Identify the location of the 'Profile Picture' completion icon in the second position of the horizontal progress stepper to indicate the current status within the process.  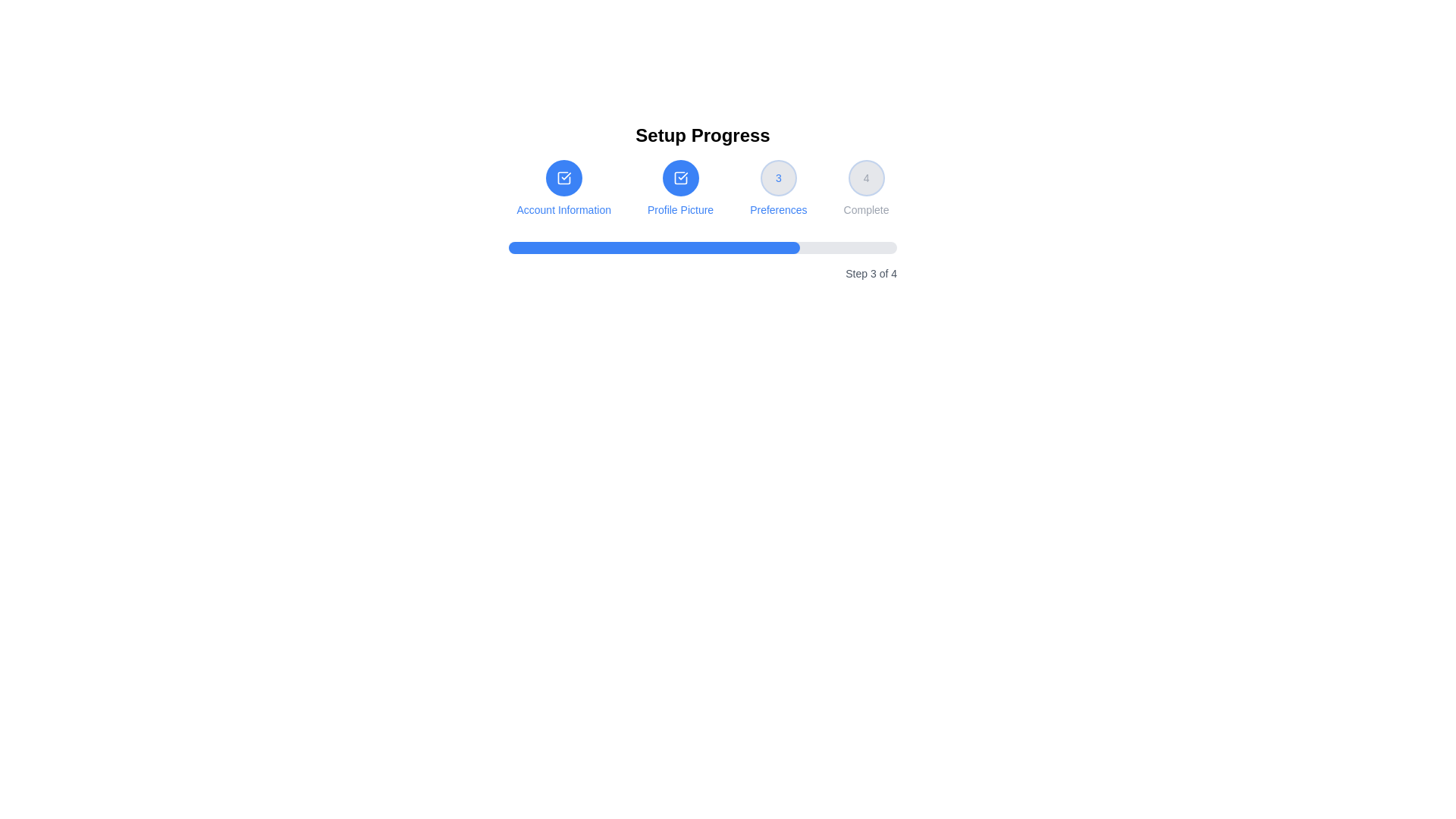
(679, 177).